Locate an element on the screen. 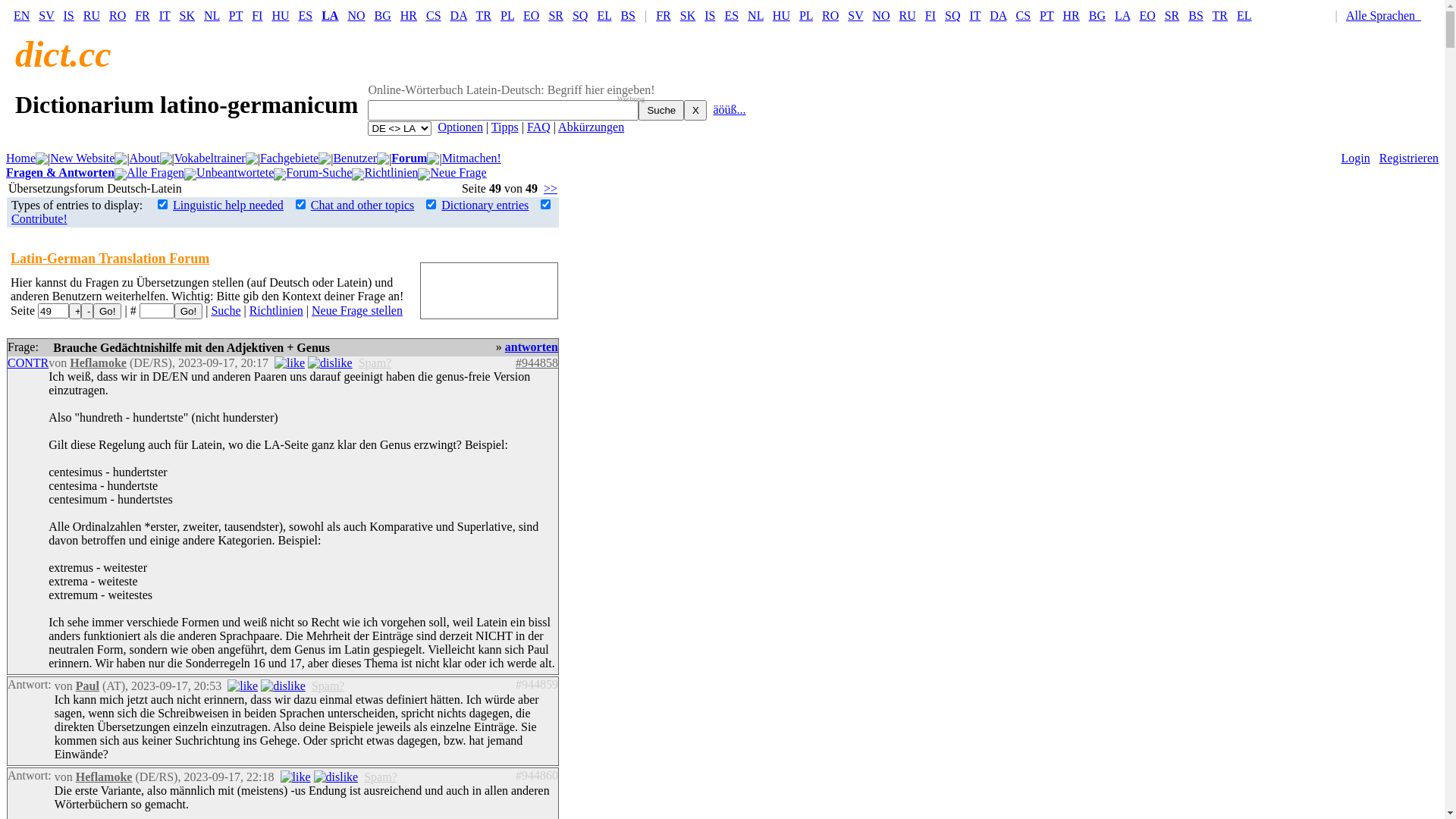 Image resolution: width=1456 pixels, height=819 pixels. 'Forum-Suche' is located at coordinates (318, 171).